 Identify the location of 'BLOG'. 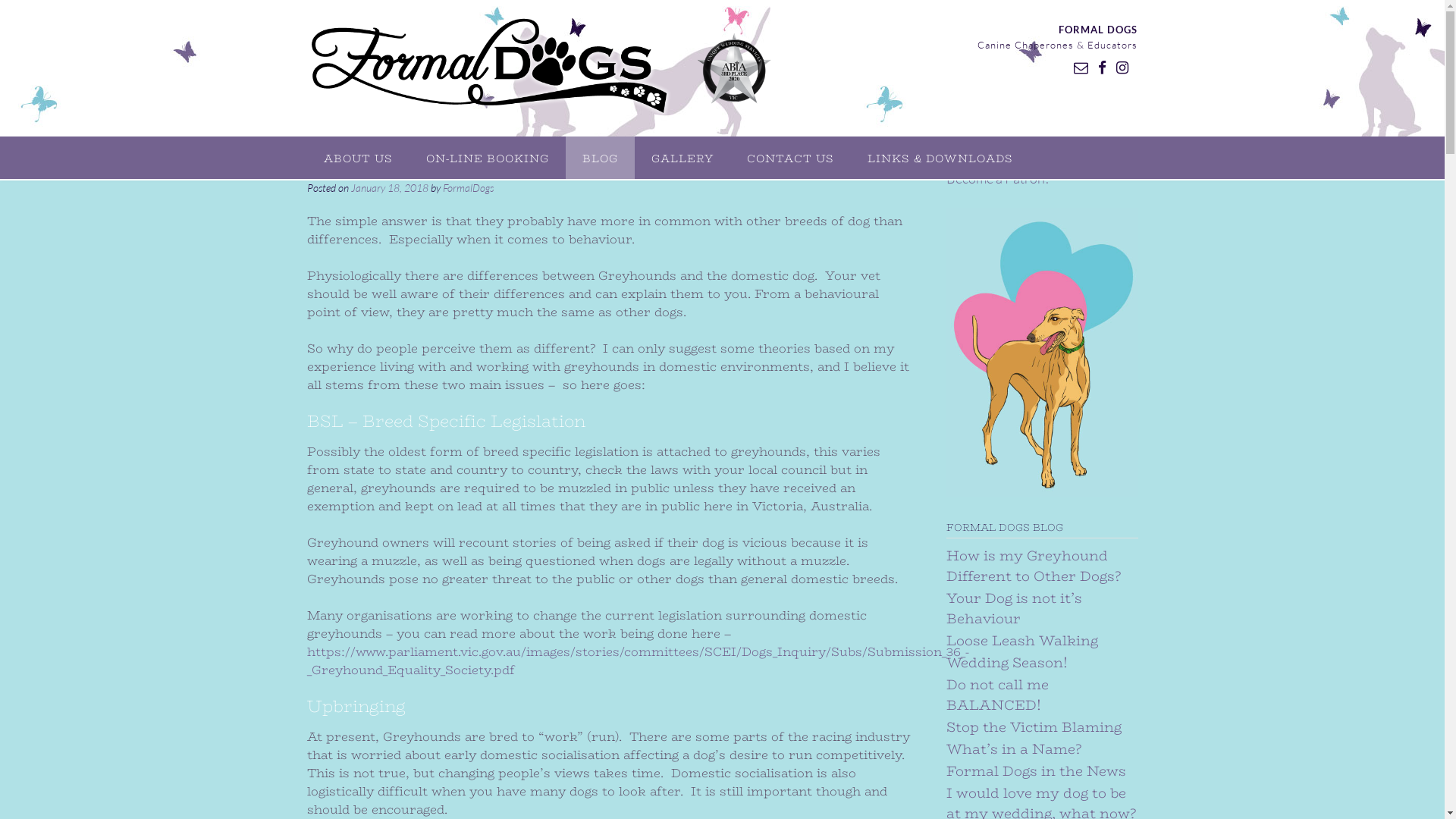
(599, 158).